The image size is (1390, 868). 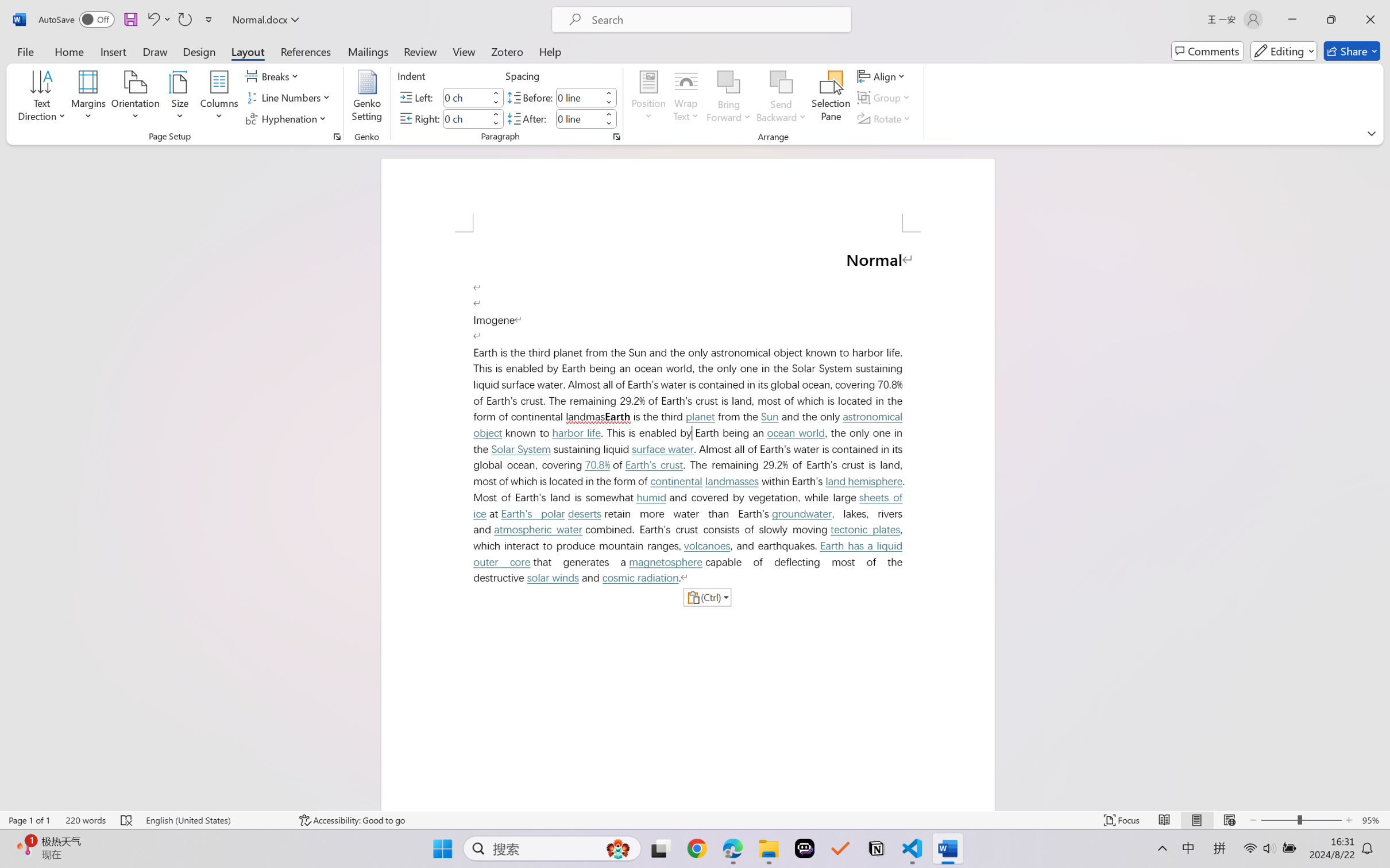 What do you see at coordinates (578, 118) in the screenshot?
I see `'Spacing After'` at bounding box center [578, 118].